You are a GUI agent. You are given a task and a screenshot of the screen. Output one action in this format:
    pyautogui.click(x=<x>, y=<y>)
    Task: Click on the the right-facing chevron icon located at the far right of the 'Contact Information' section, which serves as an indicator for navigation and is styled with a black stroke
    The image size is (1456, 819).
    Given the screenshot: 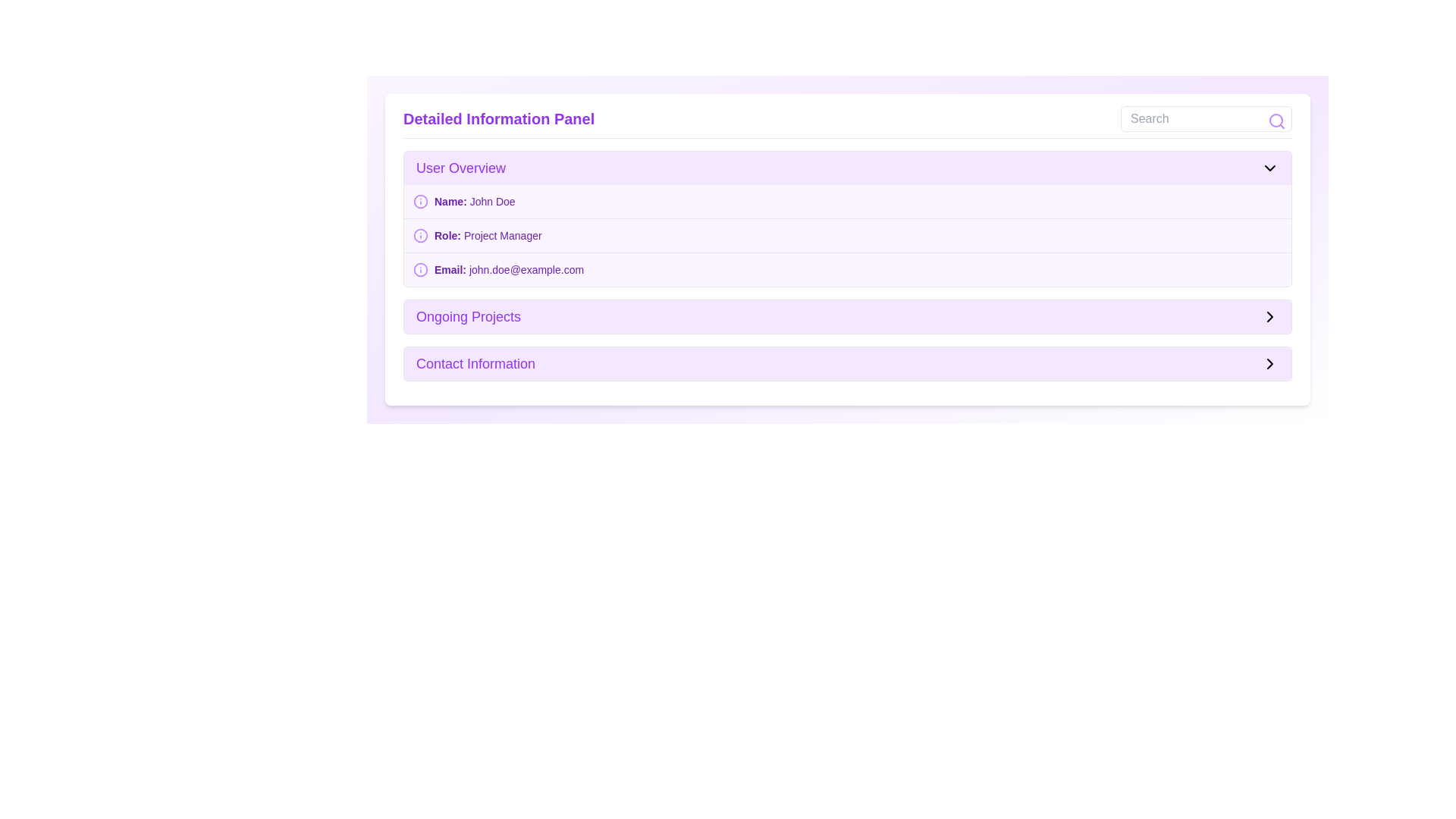 What is the action you would take?
    pyautogui.click(x=1270, y=363)
    